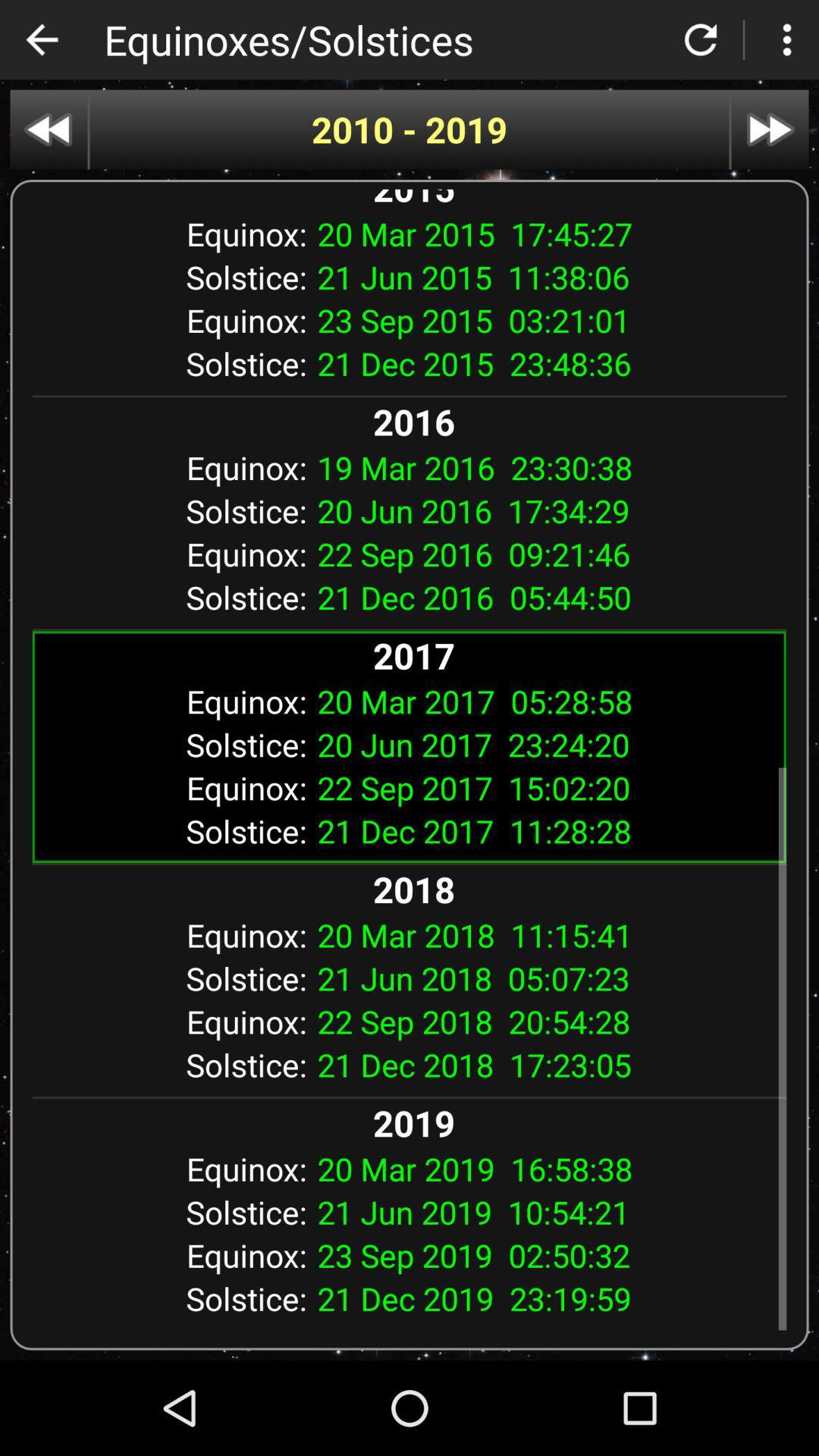 Image resolution: width=819 pixels, height=1456 pixels. What do you see at coordinates (546, 466) in the screenshot?
I see `item next to equinox:` at bounding box center [546, 466].